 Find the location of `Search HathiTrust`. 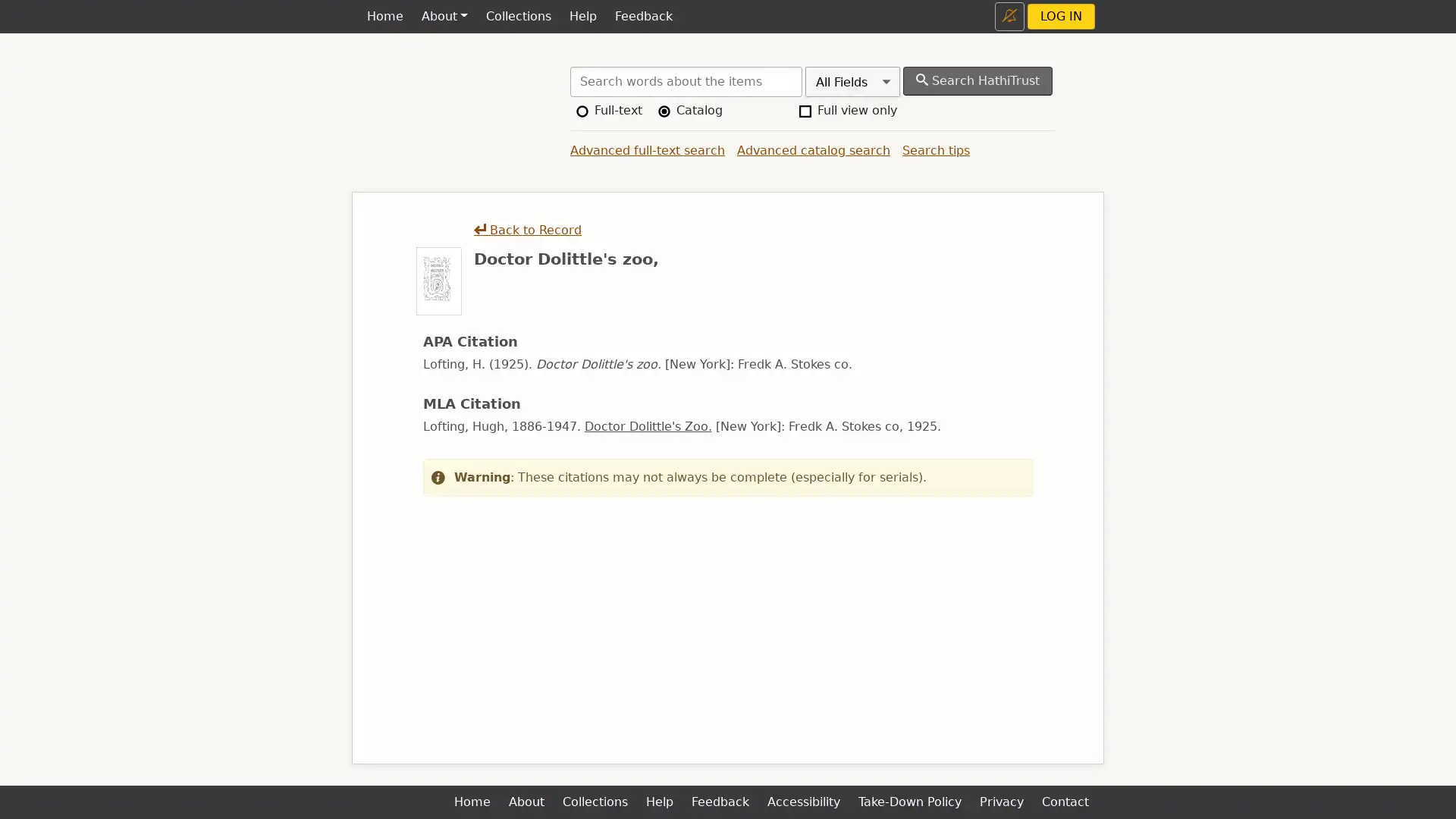

Search HathiTrust is located at coordinates (977, 81).